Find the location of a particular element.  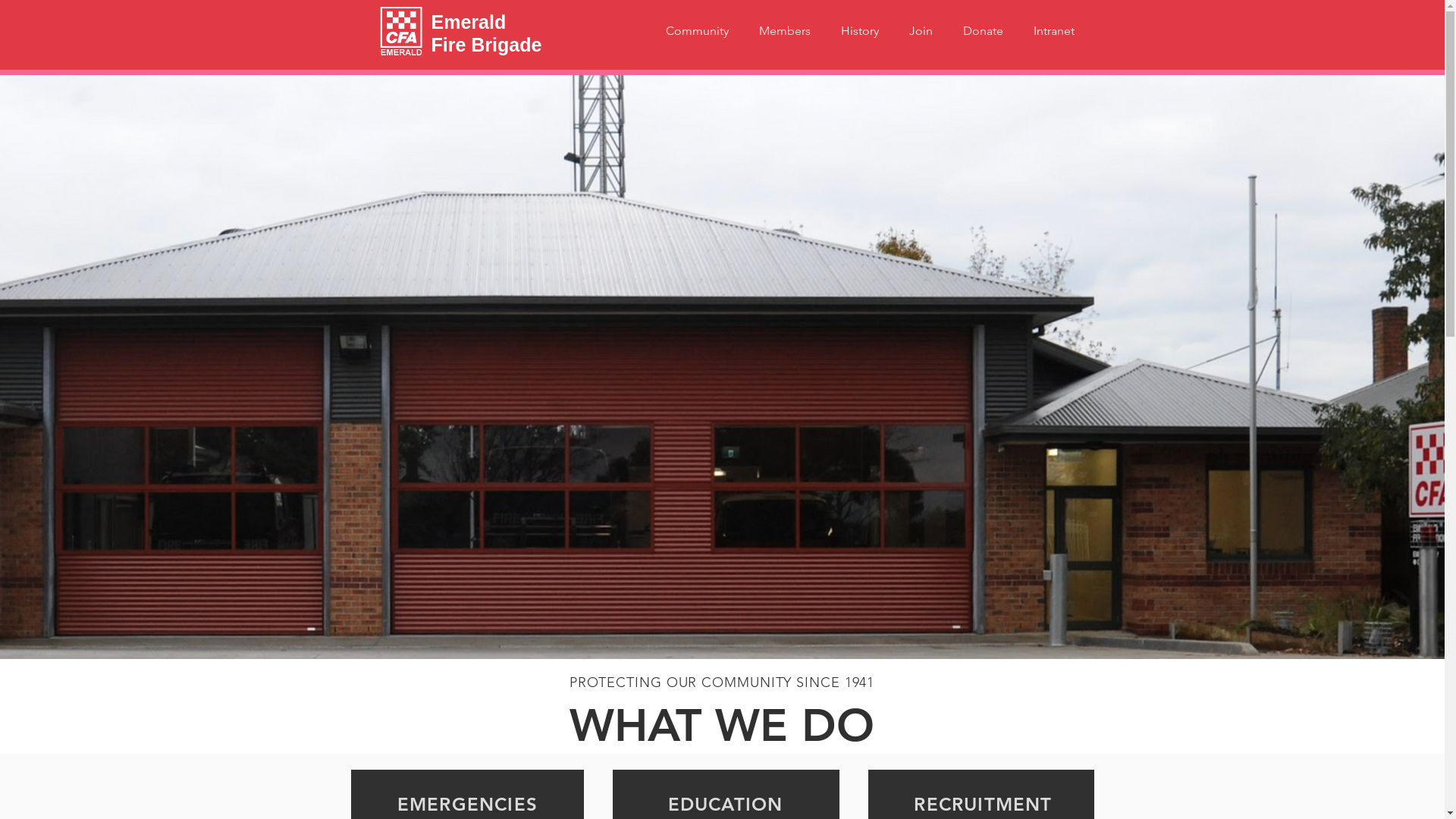

'Join' is located at coordinates (893, 31).